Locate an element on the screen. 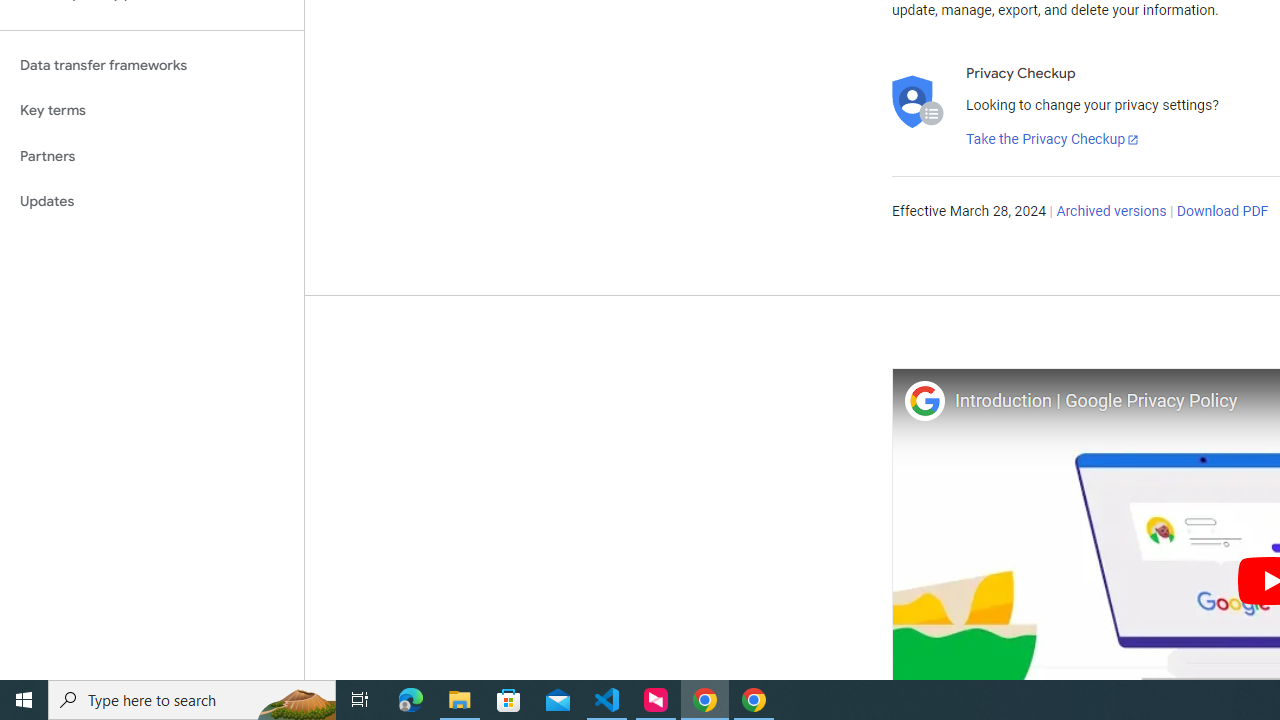  'Partners' is located at coordinates (151, 155).